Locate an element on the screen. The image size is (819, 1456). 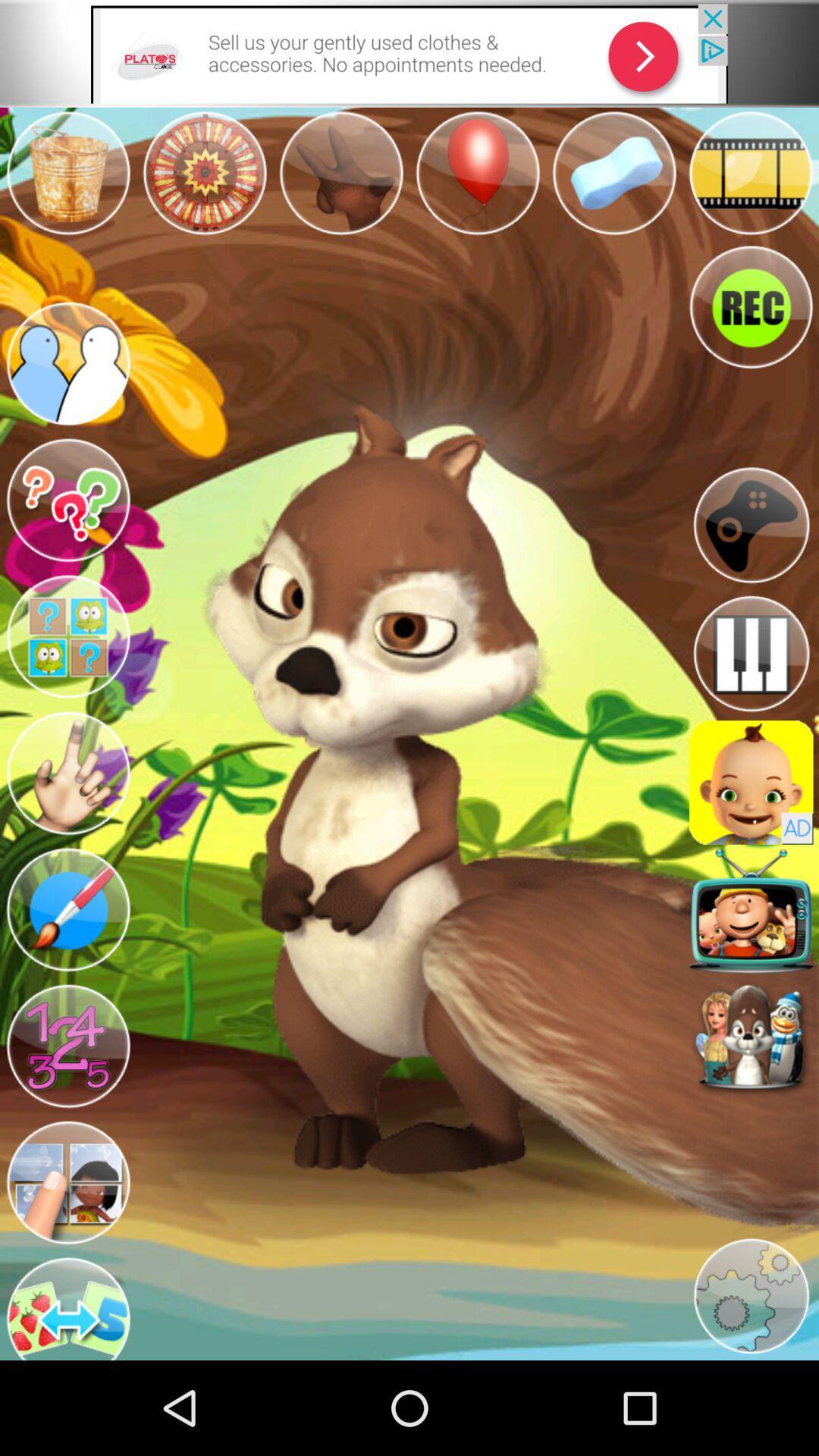
the swap icon is located at coordinates (67, 1397).